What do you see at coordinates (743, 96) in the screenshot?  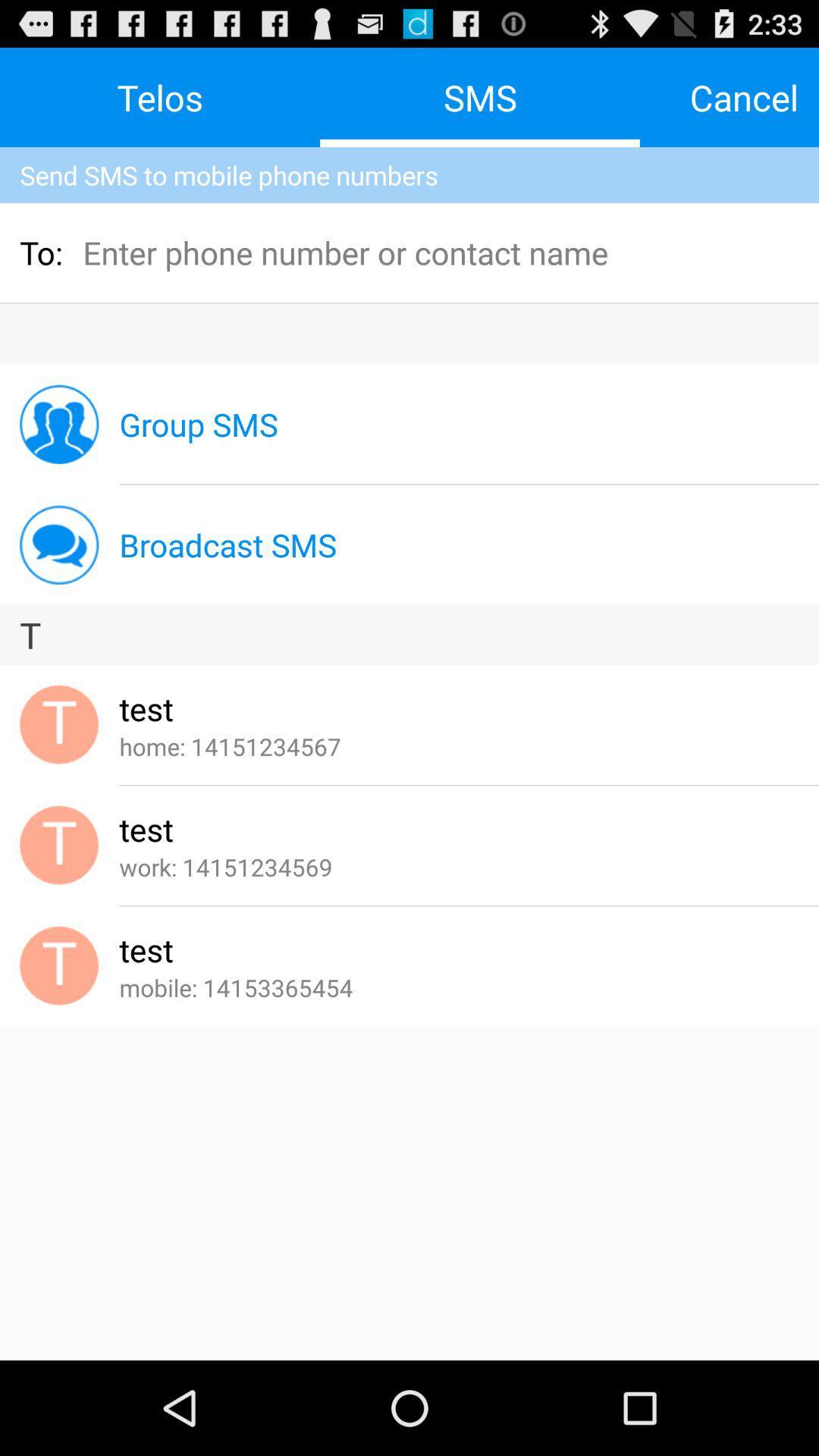 I see `the cancel at the top right corner` at bounding box center [743, 96].